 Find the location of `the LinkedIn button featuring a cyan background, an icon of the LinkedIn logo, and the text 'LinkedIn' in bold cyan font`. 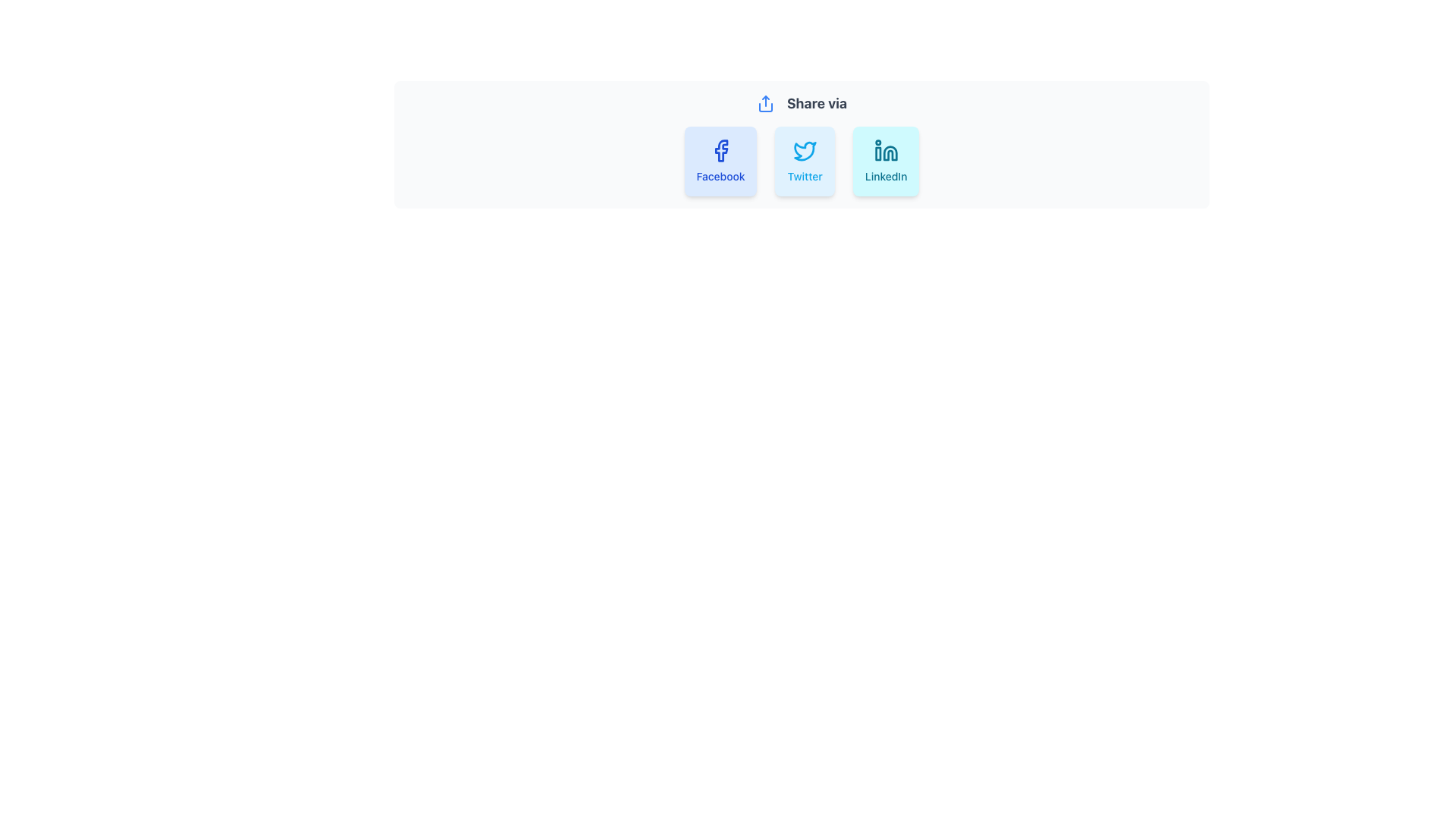

the LinkedIn button featuring a cyan background, an icon of the LinkedIn logo, and the text 'LinkedIn' in bold cyan font is located at coordinates (886, 161).